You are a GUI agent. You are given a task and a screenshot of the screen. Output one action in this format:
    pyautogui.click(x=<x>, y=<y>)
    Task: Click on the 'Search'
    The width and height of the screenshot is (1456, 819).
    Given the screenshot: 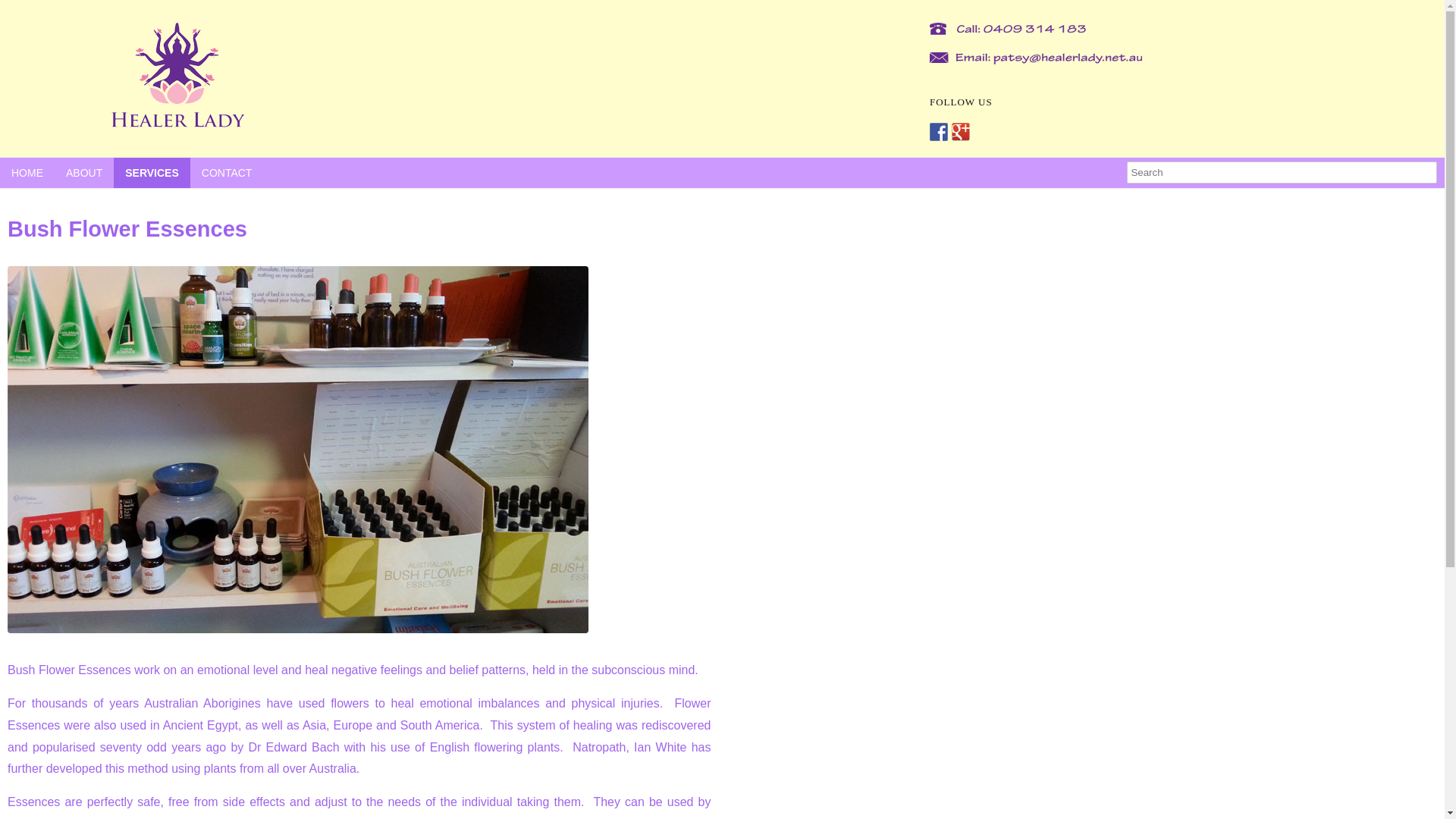 What is the action you would take?
    pyautogui.click(x=1281, y=171)
    